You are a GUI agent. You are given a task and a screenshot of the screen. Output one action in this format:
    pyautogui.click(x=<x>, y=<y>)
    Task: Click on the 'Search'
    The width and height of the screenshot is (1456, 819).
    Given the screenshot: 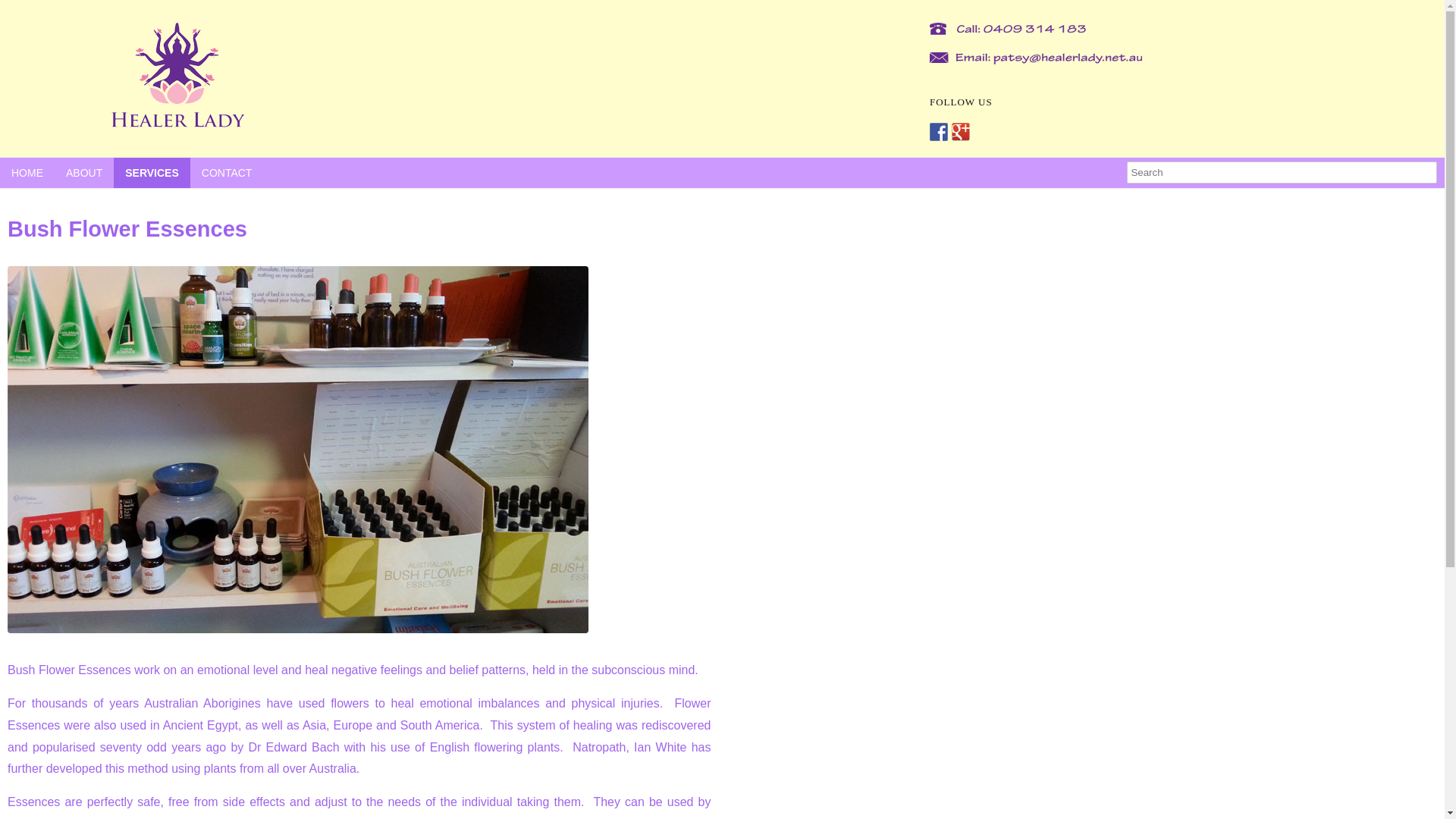 What is the action you would take?
    pyautogui.click(x=1281, y=171)
    